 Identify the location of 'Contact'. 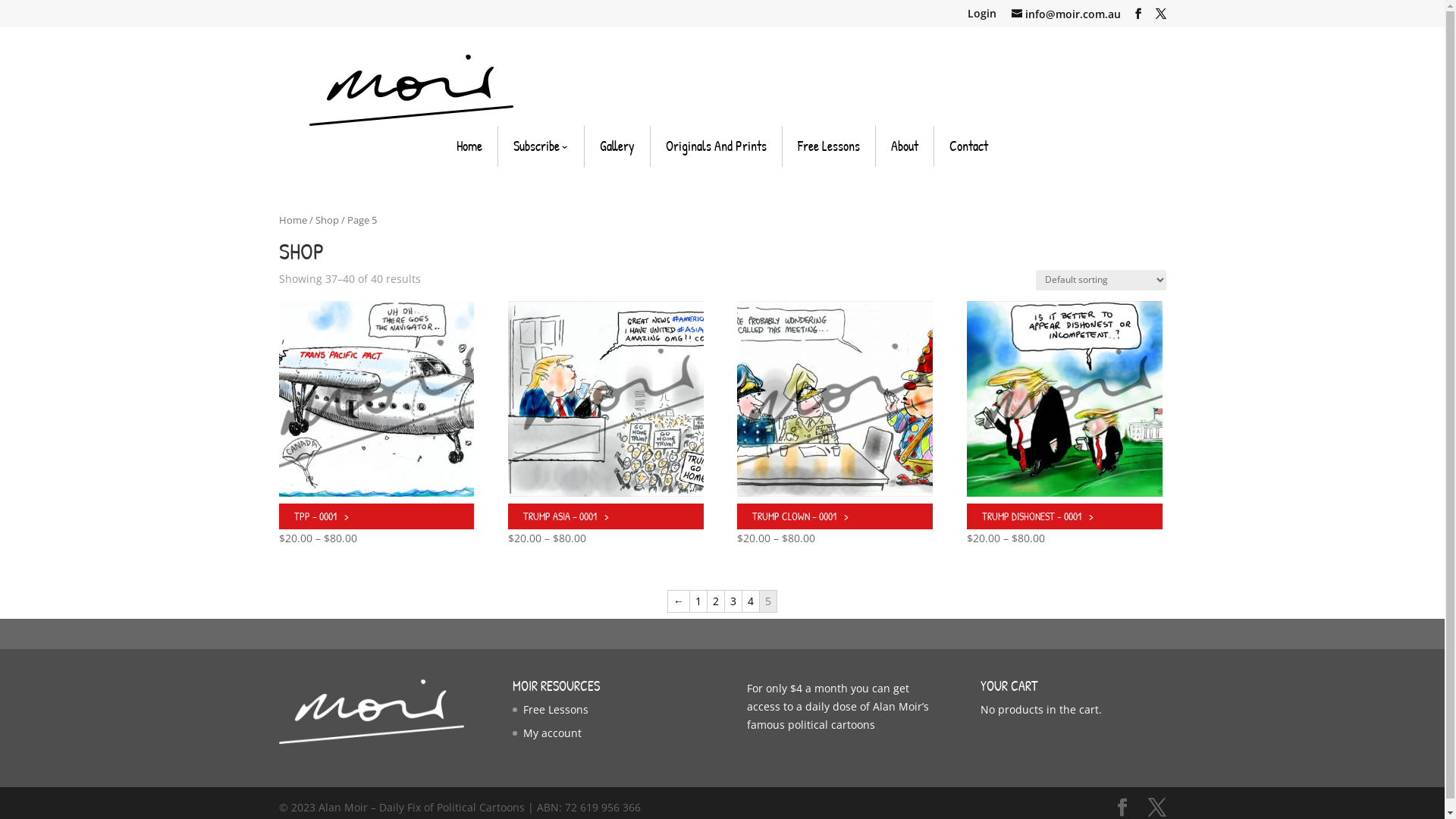
(968, 146).